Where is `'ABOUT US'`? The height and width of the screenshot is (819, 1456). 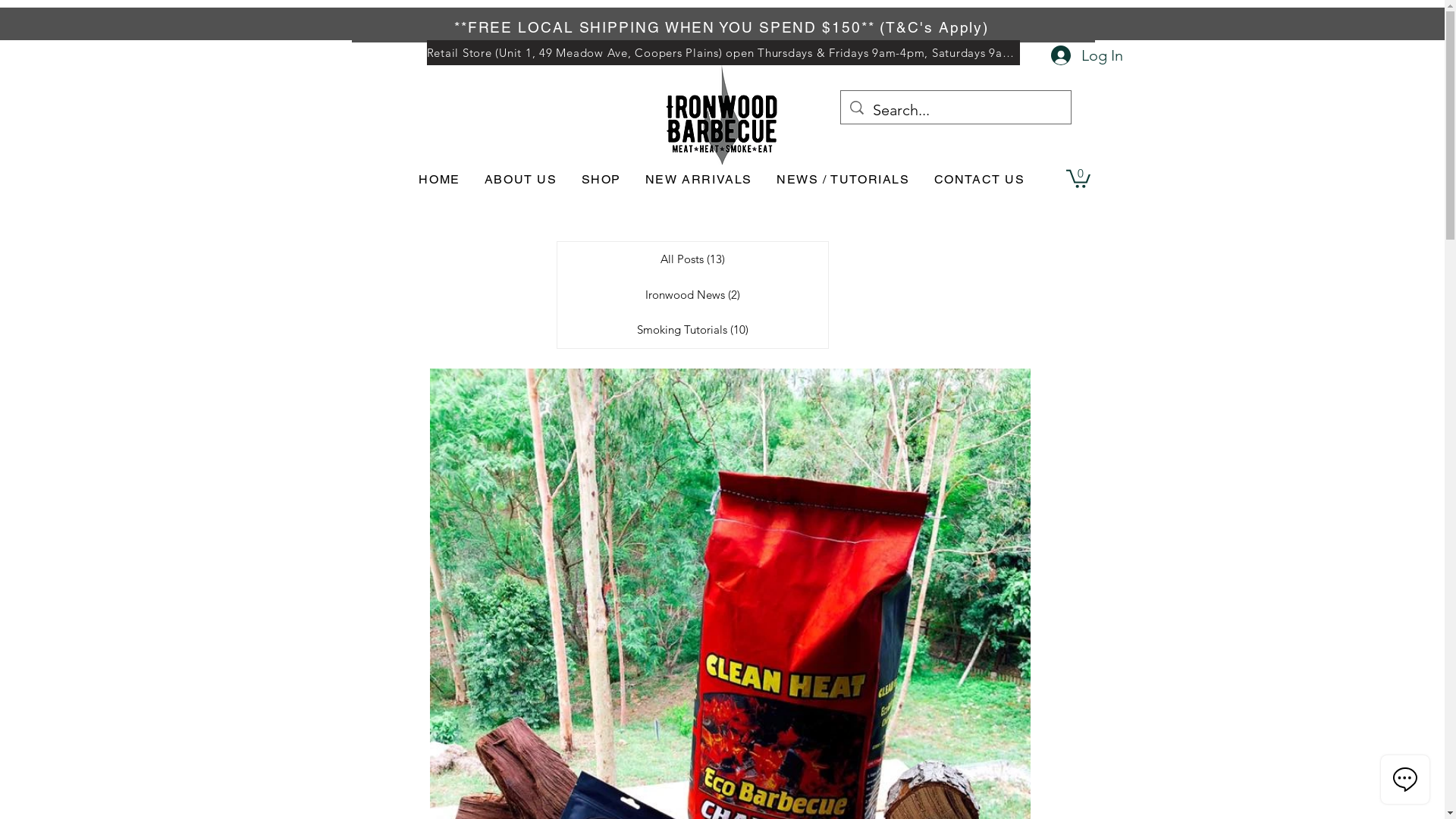 'ABOUT US' is located at coordinates (520, 179).